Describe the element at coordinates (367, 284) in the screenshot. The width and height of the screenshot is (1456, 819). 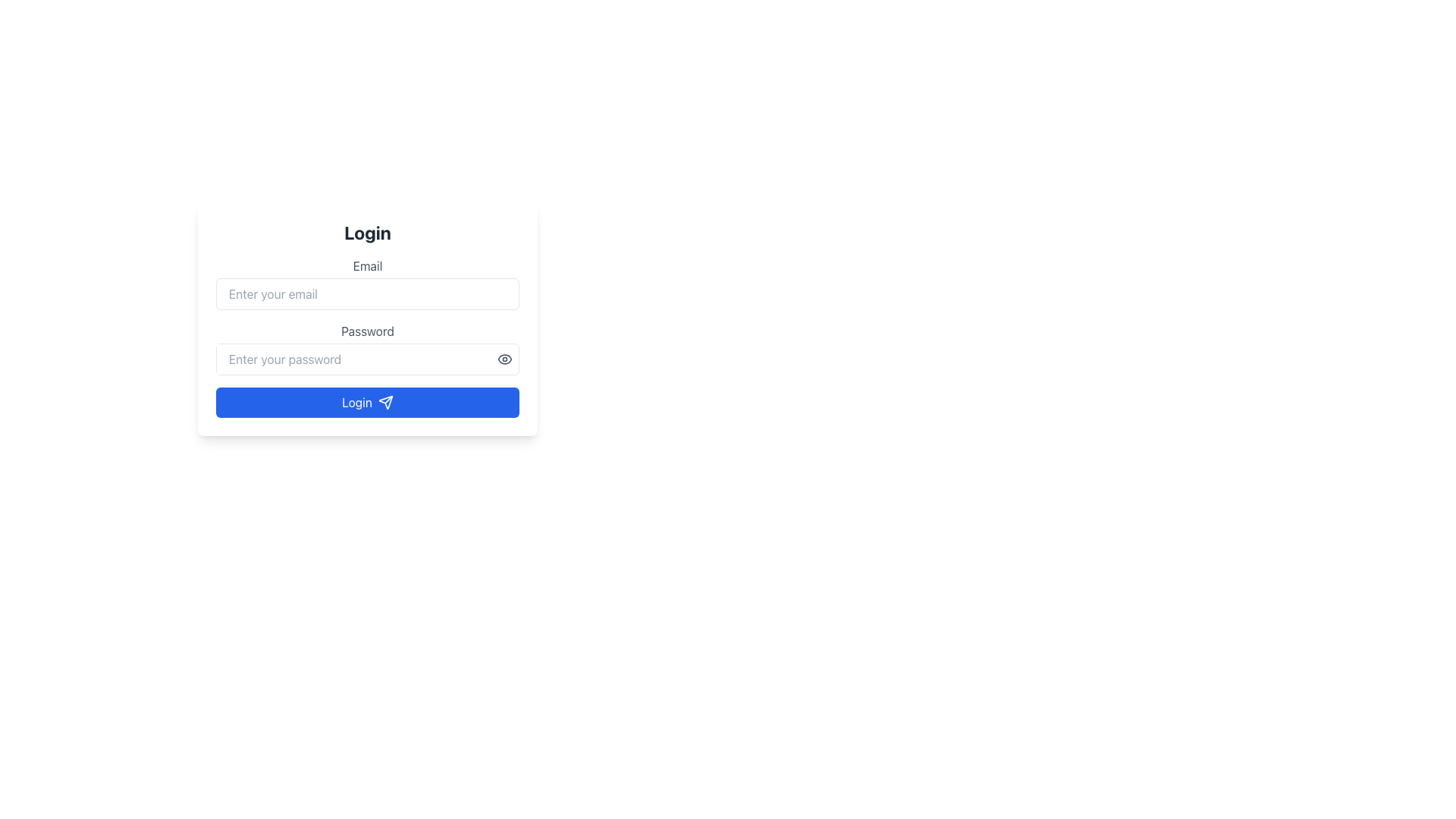
I see `the input field labeled 'Email' to focus it, which is styled with rounded edges and a placeholder 'Enter your email'` at that location.